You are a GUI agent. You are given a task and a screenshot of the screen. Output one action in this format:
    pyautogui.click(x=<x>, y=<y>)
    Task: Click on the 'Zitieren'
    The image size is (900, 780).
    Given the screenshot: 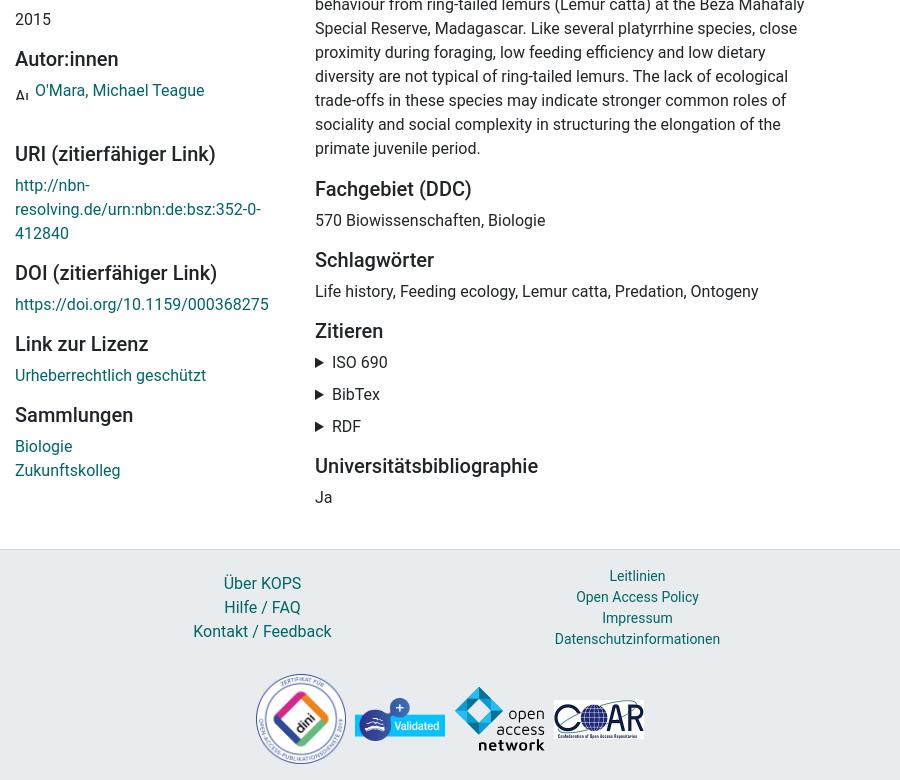 What is the action you would take?
    pyautogui.click(x=348, y=330)
    